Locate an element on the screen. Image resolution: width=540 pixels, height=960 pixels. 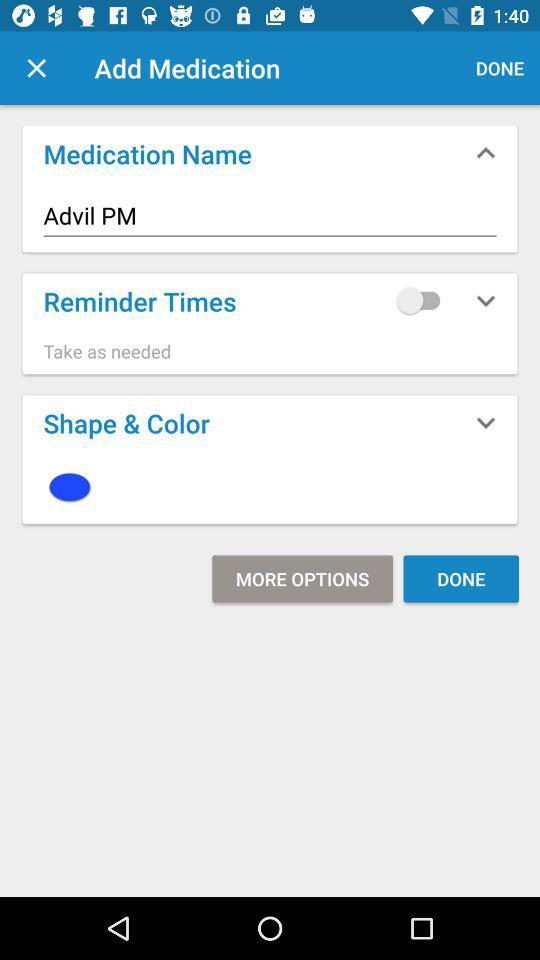
take as needed item is located at coordinates (270, 351).